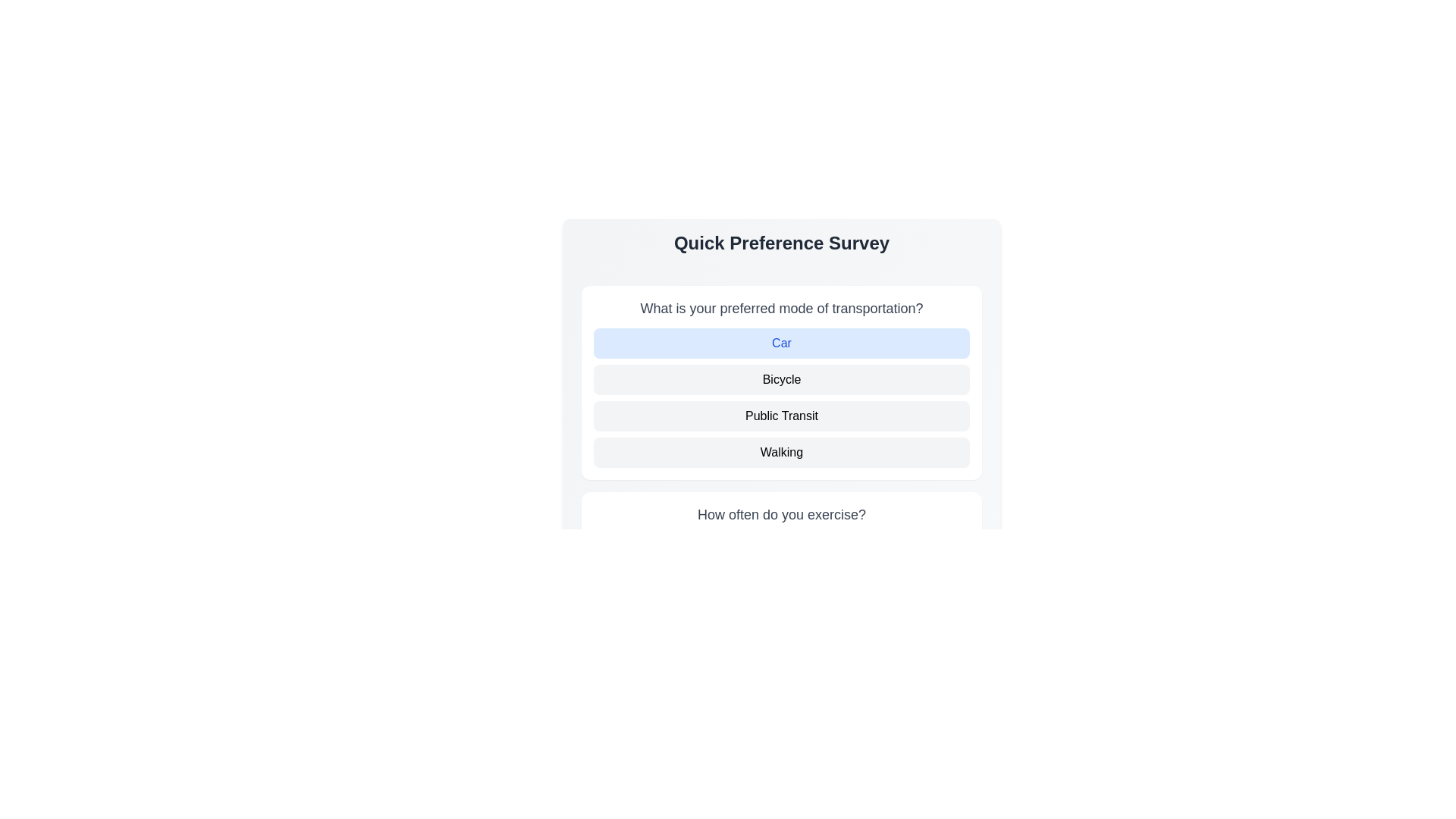  Describe the element at coordinates (782, 397) in the screenshot. I see `the second selectable option in the transportation preference group` at that location.